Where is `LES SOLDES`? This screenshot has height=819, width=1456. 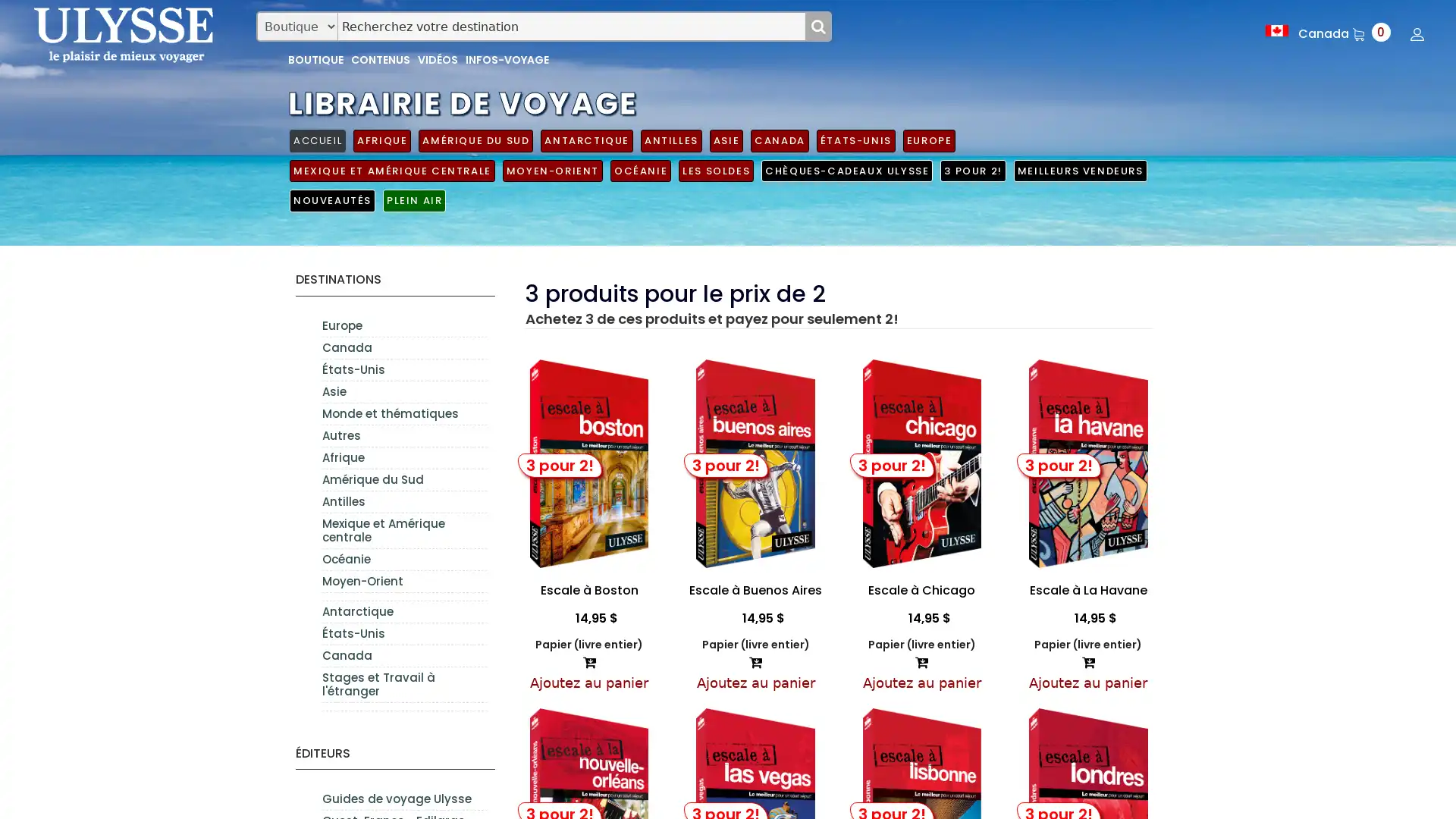 LES SOLDES is located at coordinates (715, 170).